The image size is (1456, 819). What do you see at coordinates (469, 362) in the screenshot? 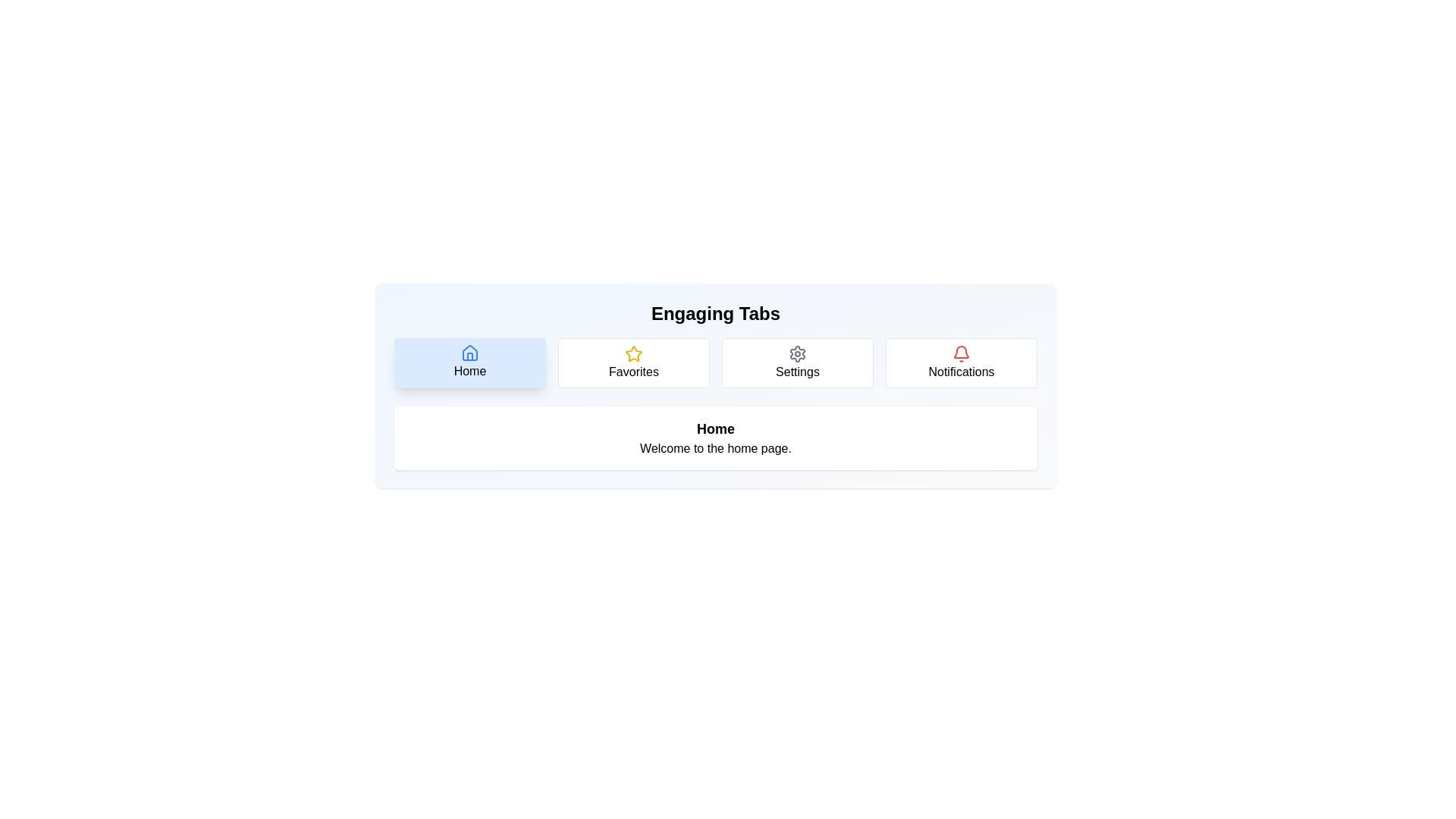
I see `the Home tab by clicking its button` at bounding box center [469, 362].